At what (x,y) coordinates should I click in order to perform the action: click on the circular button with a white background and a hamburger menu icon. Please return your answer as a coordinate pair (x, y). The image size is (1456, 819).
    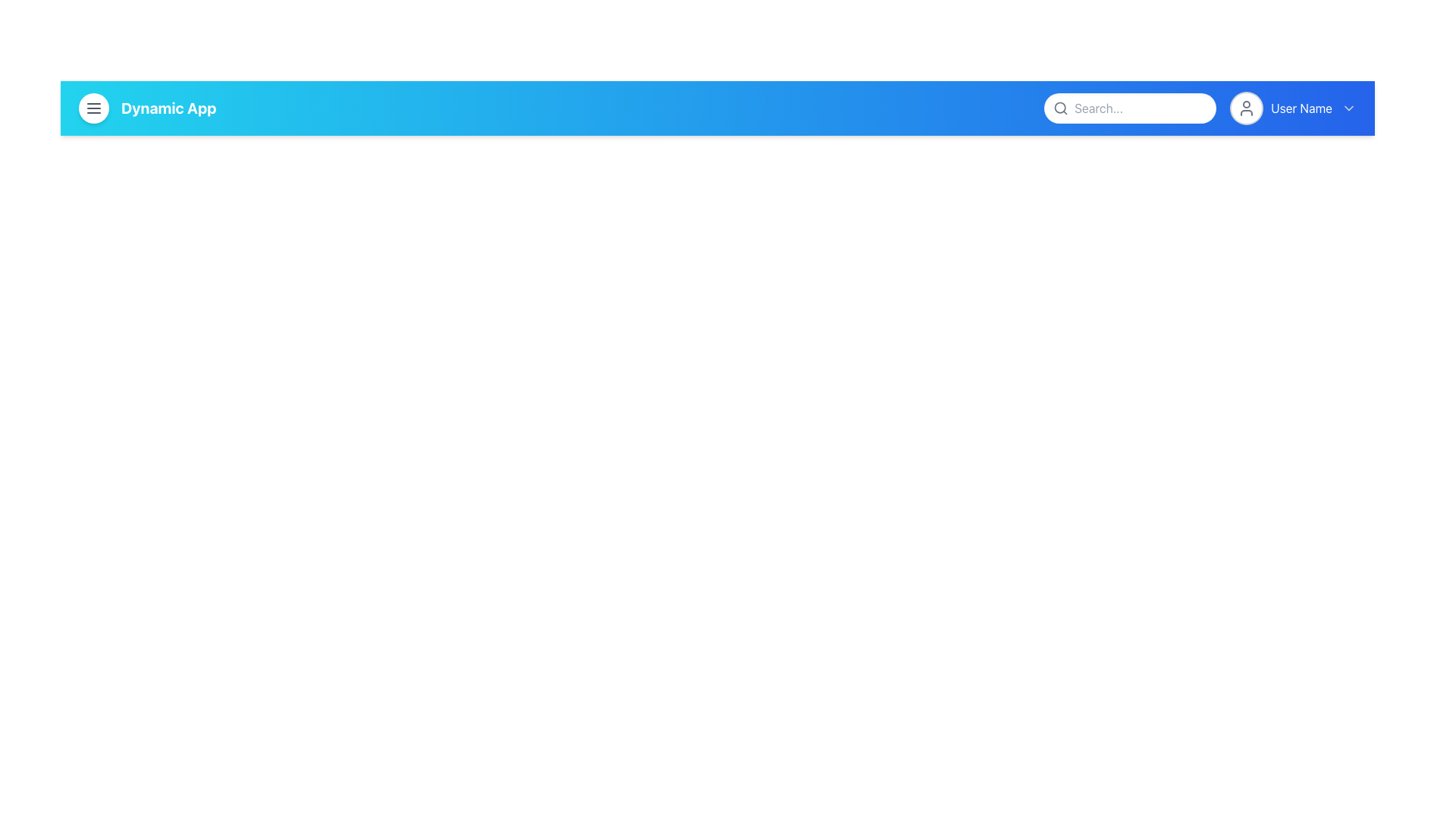
    Looking at the image, I should click on (93, 107).